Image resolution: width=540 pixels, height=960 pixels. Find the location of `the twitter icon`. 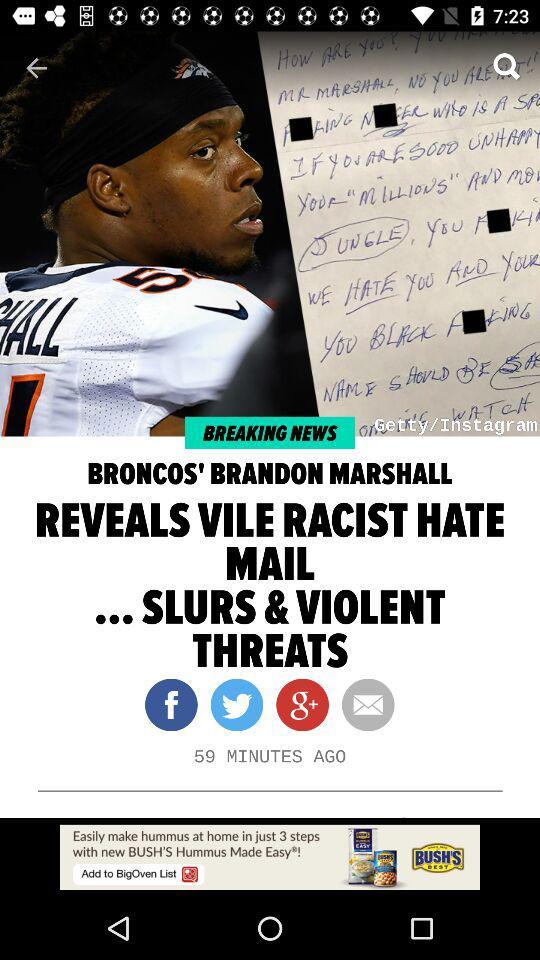

the twitter icon is located at coordinates (229, 705).